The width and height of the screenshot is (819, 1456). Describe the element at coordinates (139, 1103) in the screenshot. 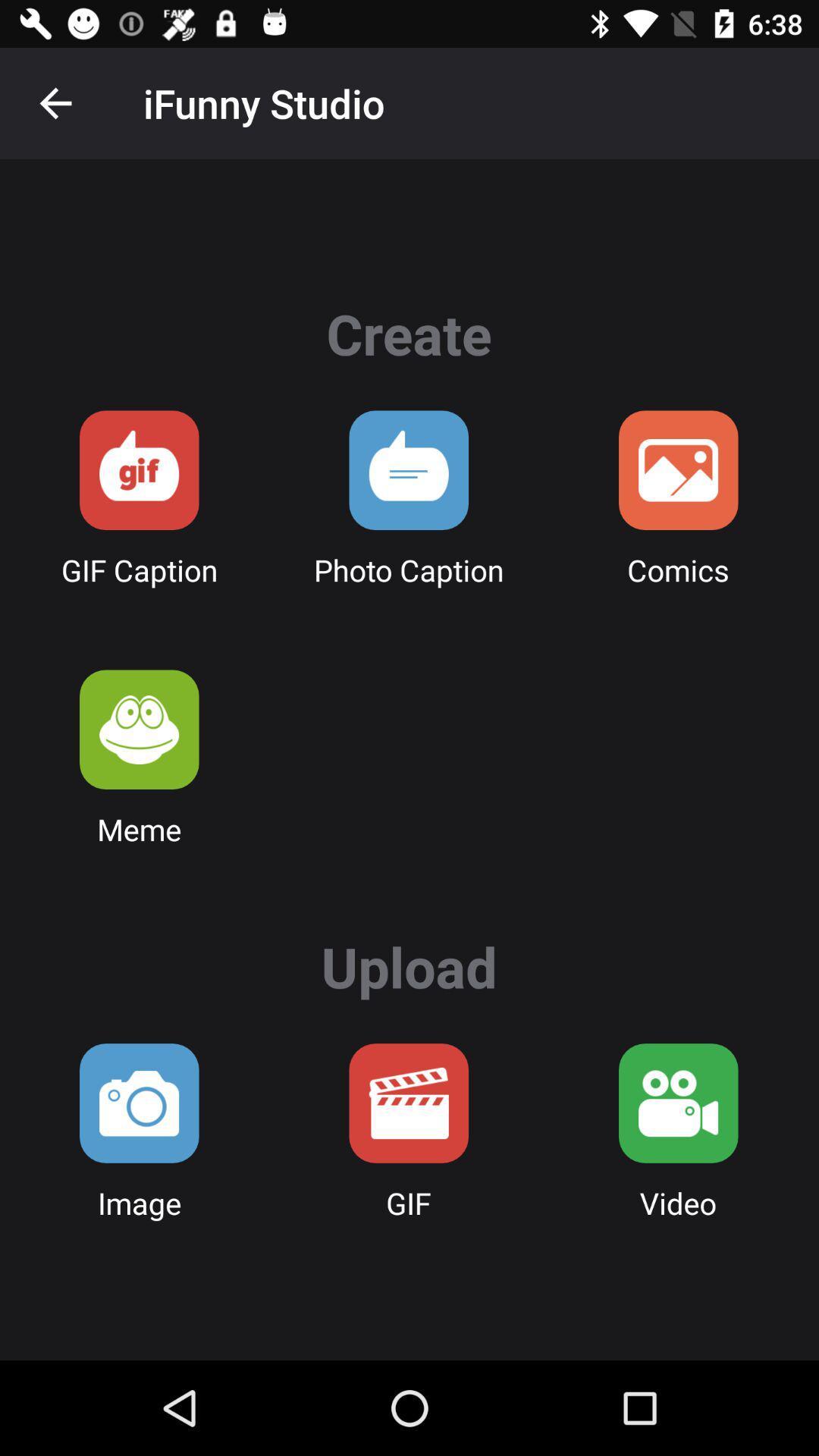

I see `the photo icon` at that location.